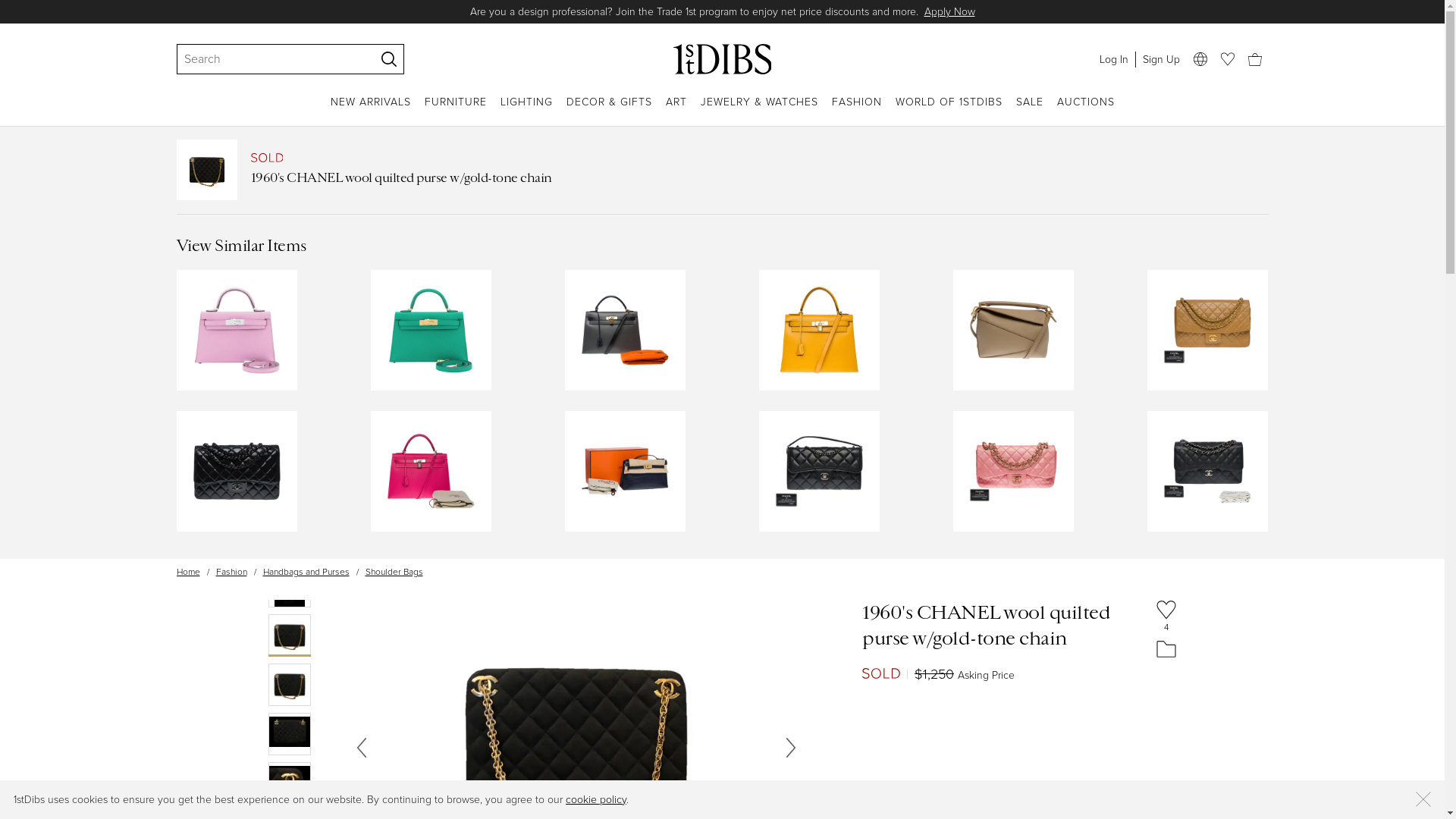  I want to click on 'Shoulder Bags', so click(394, 572).